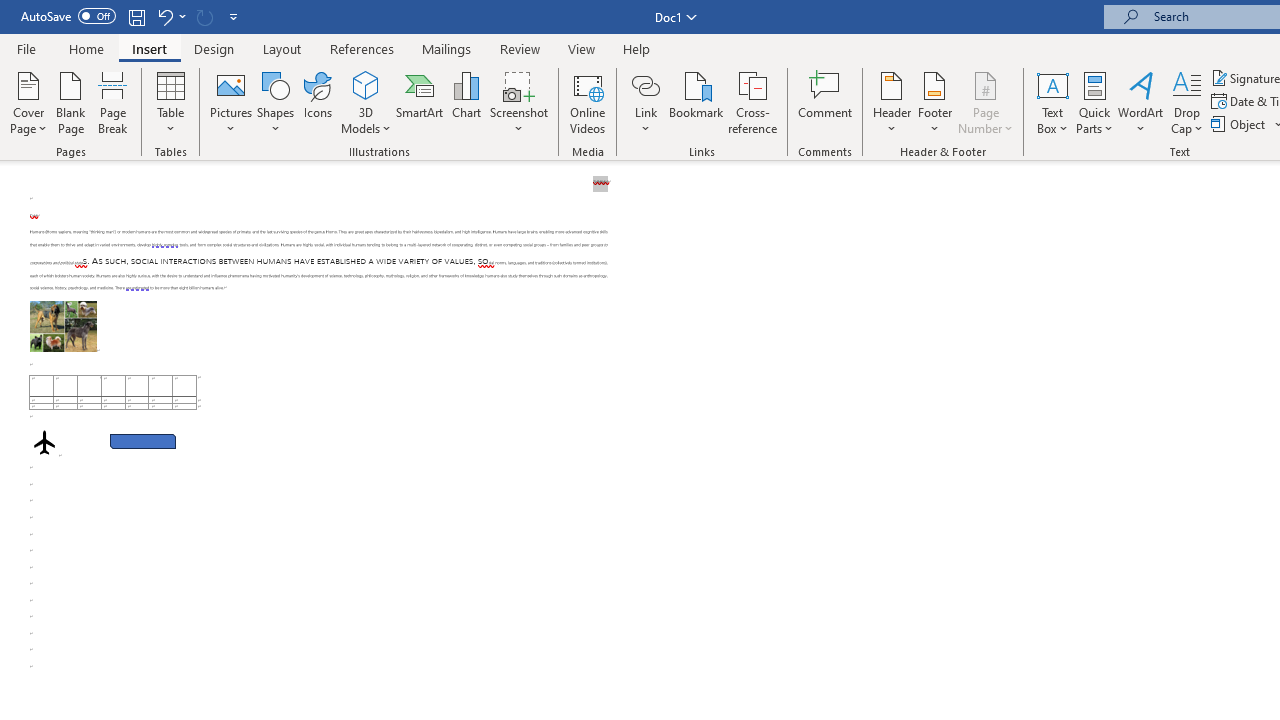  I want to click on 'Morphological variation in six dogs', so click(63, 325).